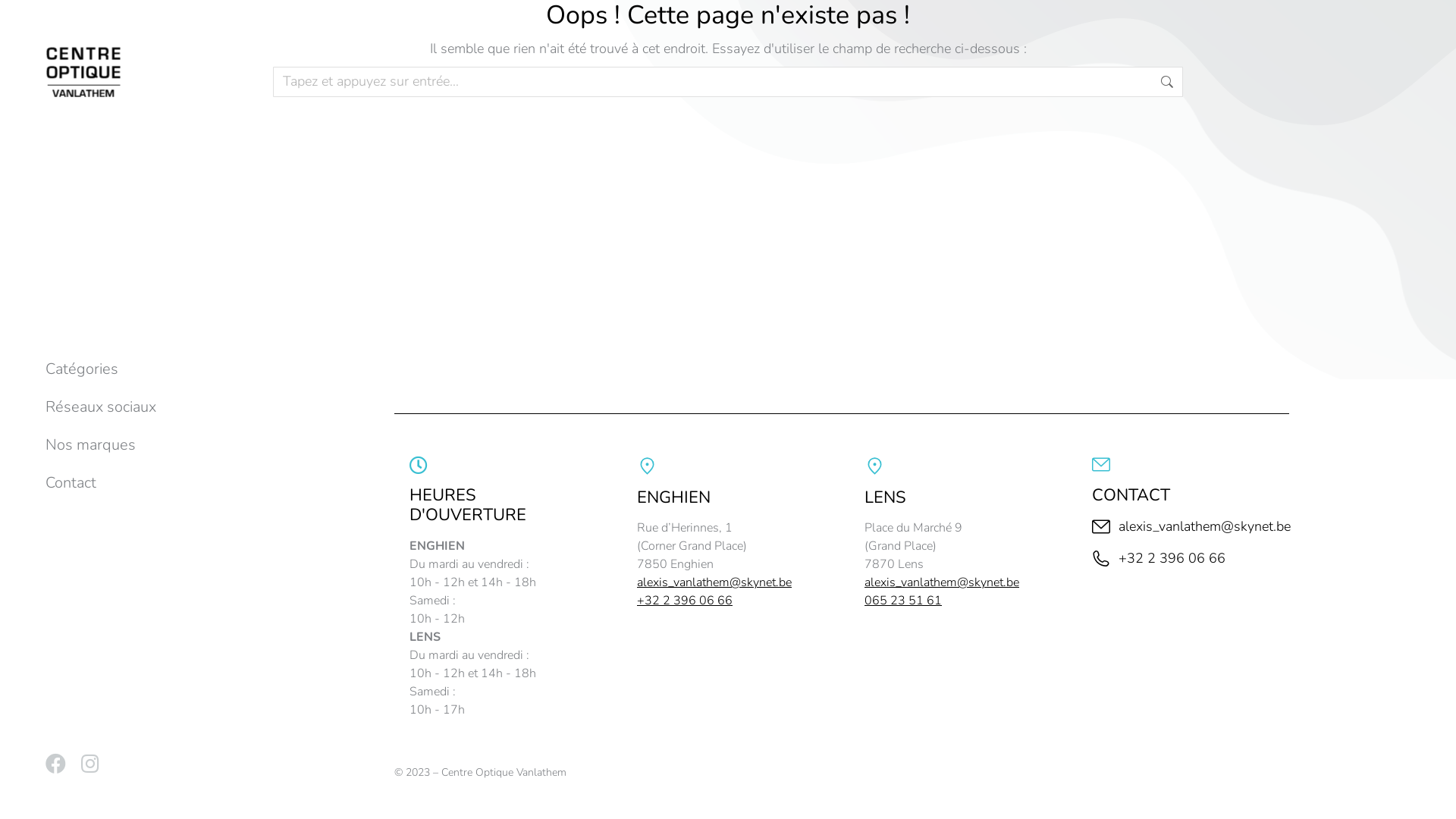 The height and width of the screenshot is (819, 1456). I want to click on 'ENGHIEN', so click(637, 497).